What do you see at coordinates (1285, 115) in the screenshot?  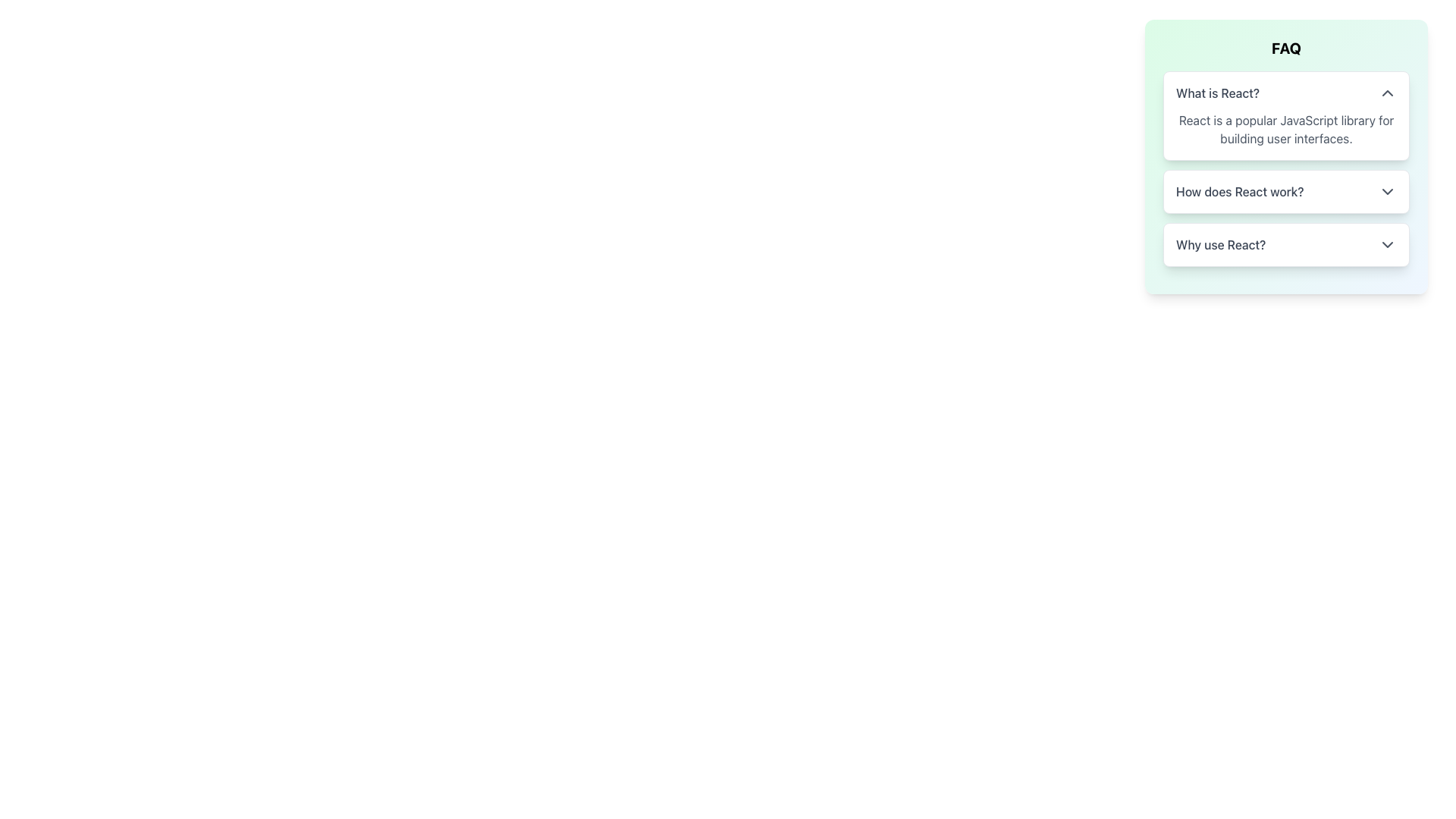 I see `the chevron icon of the first FAQ item under the 'FAQ' section` at bounding box center [1285, 115].